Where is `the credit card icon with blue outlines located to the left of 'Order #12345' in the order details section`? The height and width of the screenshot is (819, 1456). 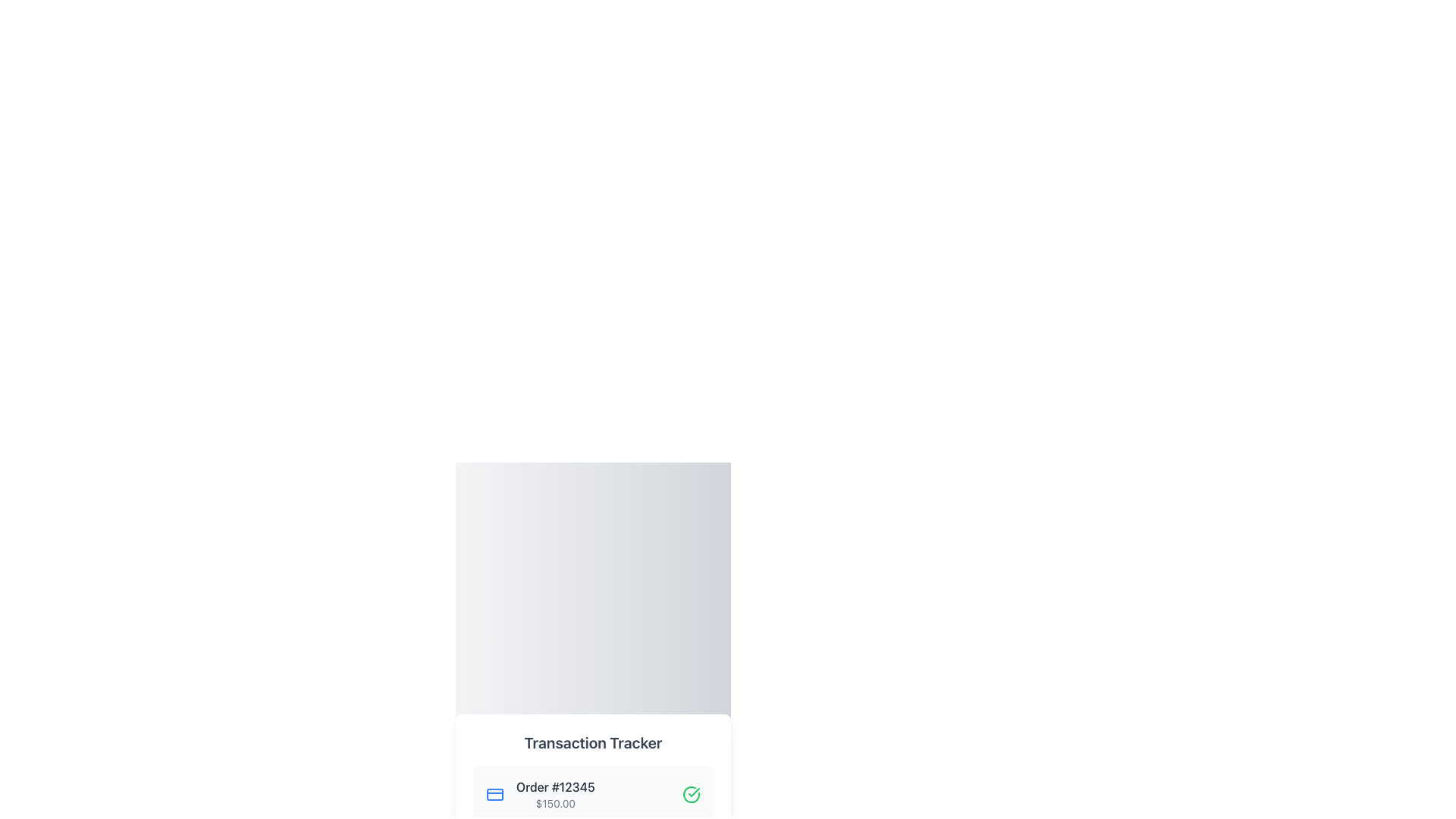
the credit card icon with blue outlines located to the left of 'Order #12345' in the order details section is located at coordinates (494, 794).